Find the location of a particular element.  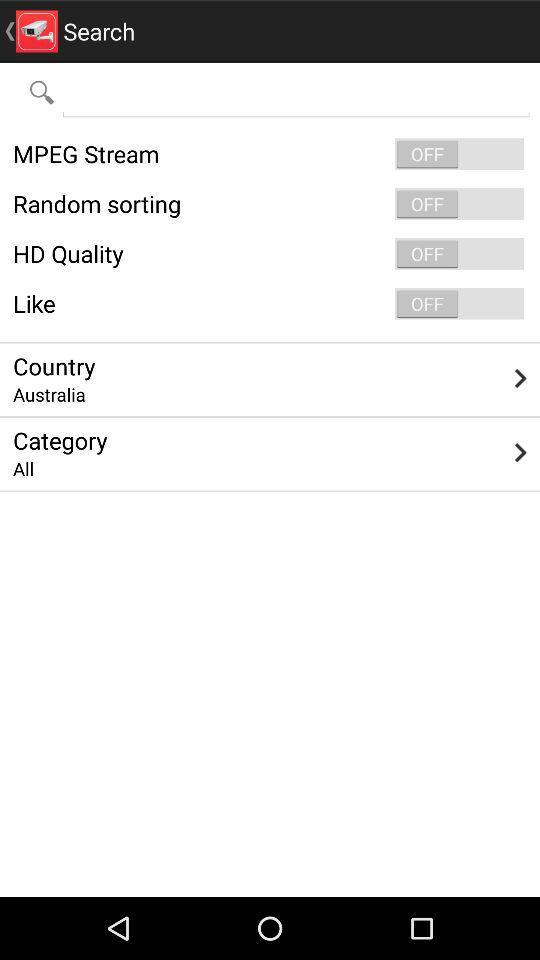

hd quality item is located at coordinates (270, 252).